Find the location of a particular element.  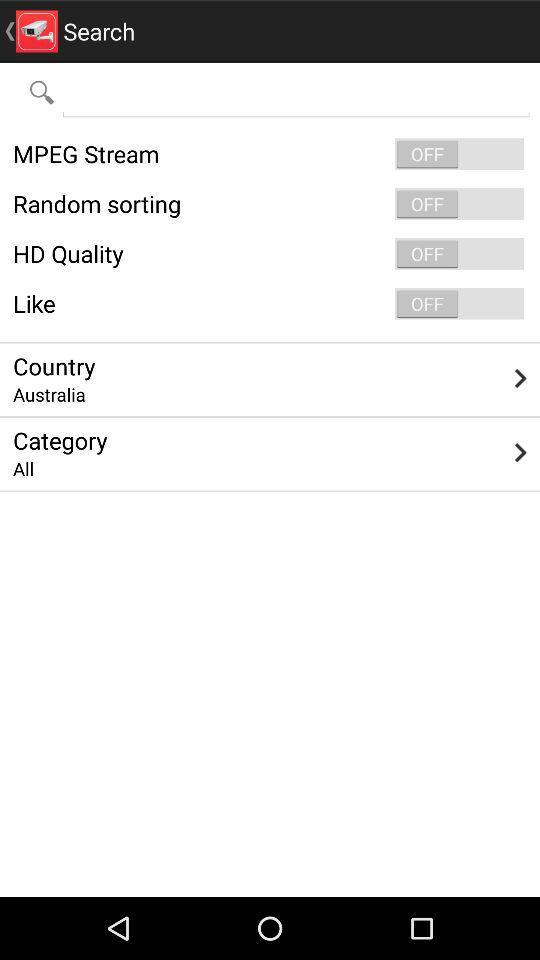

hd quality item is located at coordinates (270, 252).